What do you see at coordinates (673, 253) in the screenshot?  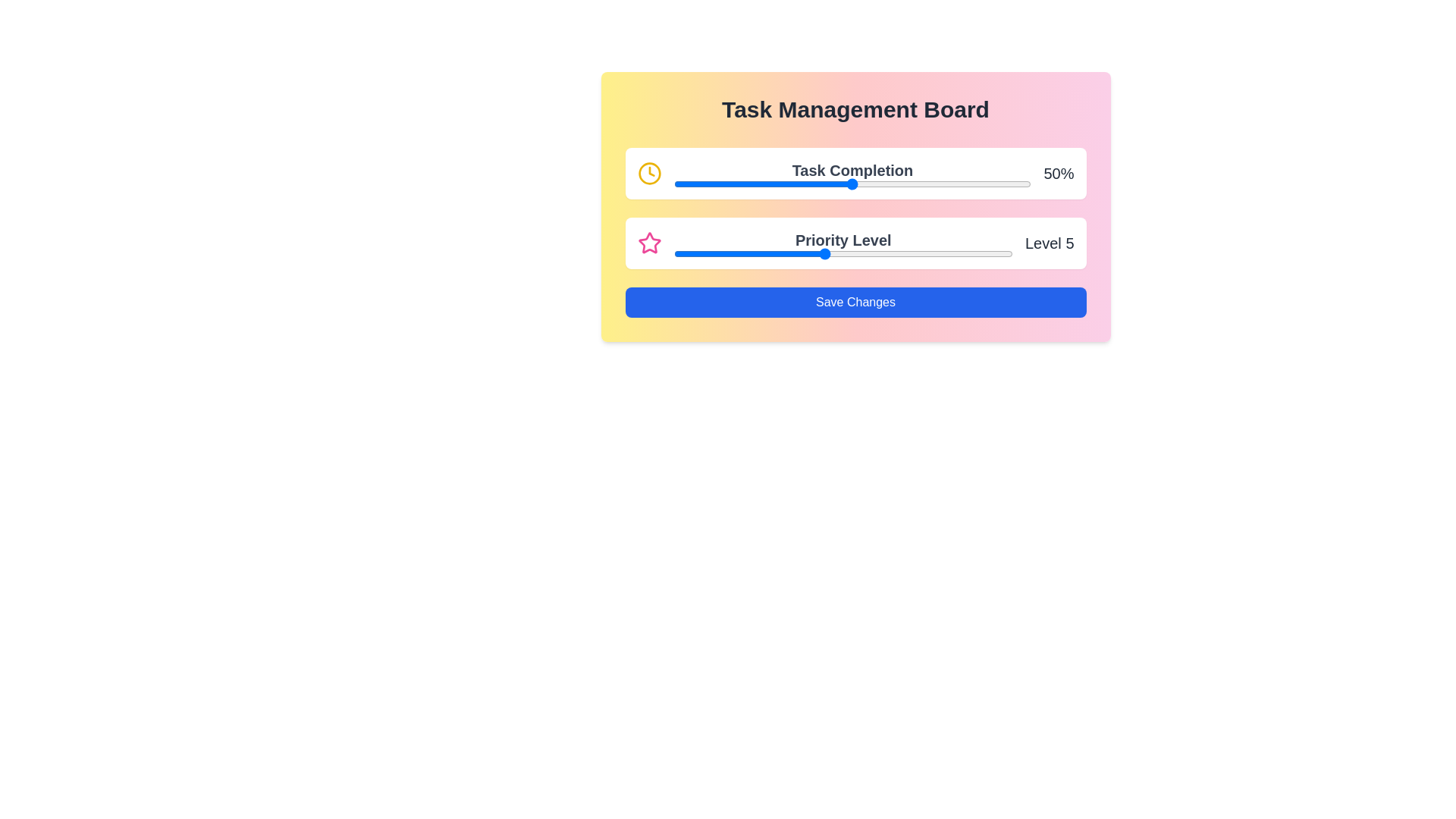 I see `the priority level` at bounding box center [673, 253].